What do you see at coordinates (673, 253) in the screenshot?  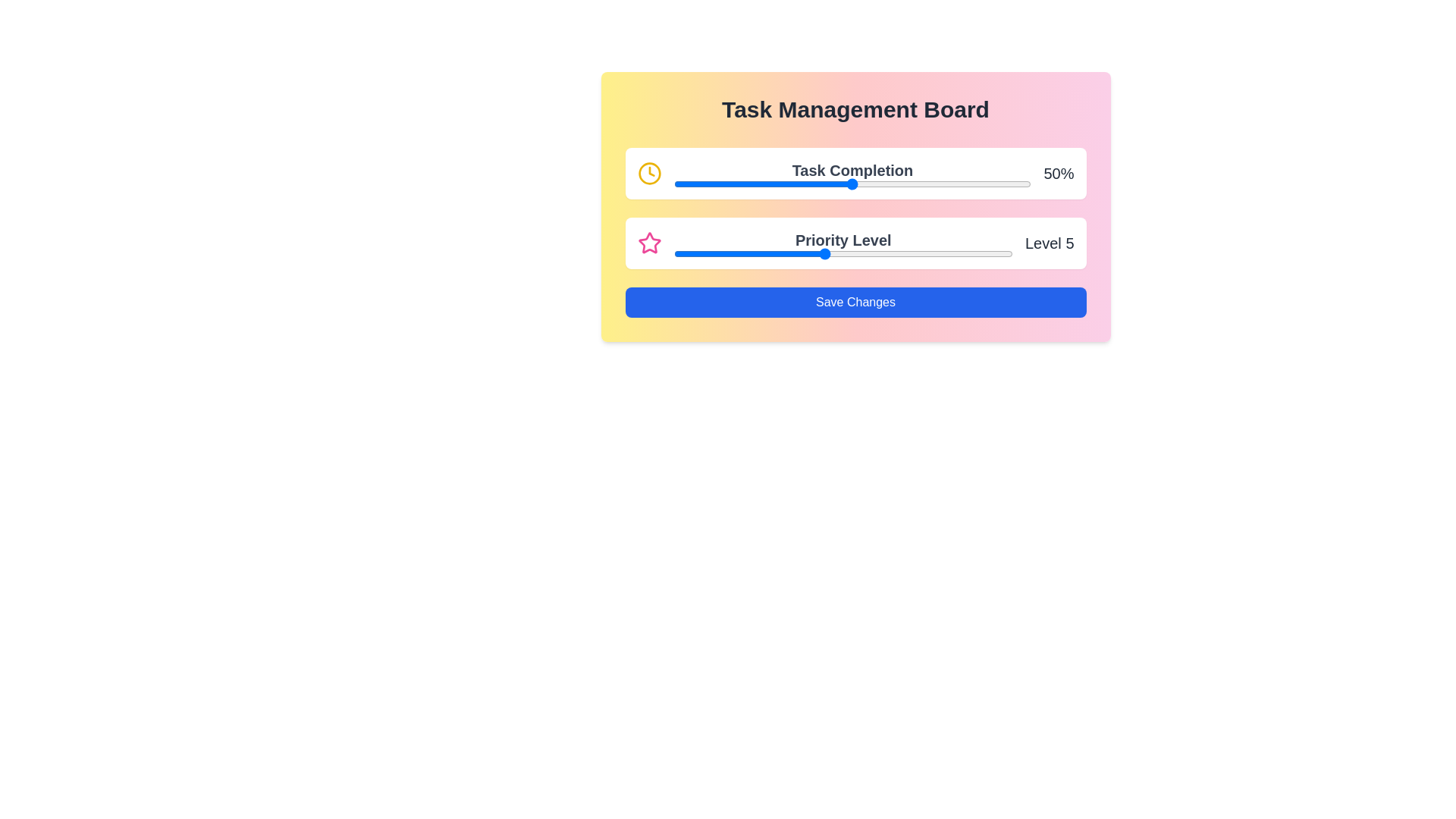 I see `the priority level` at bounding box center [673, 253].